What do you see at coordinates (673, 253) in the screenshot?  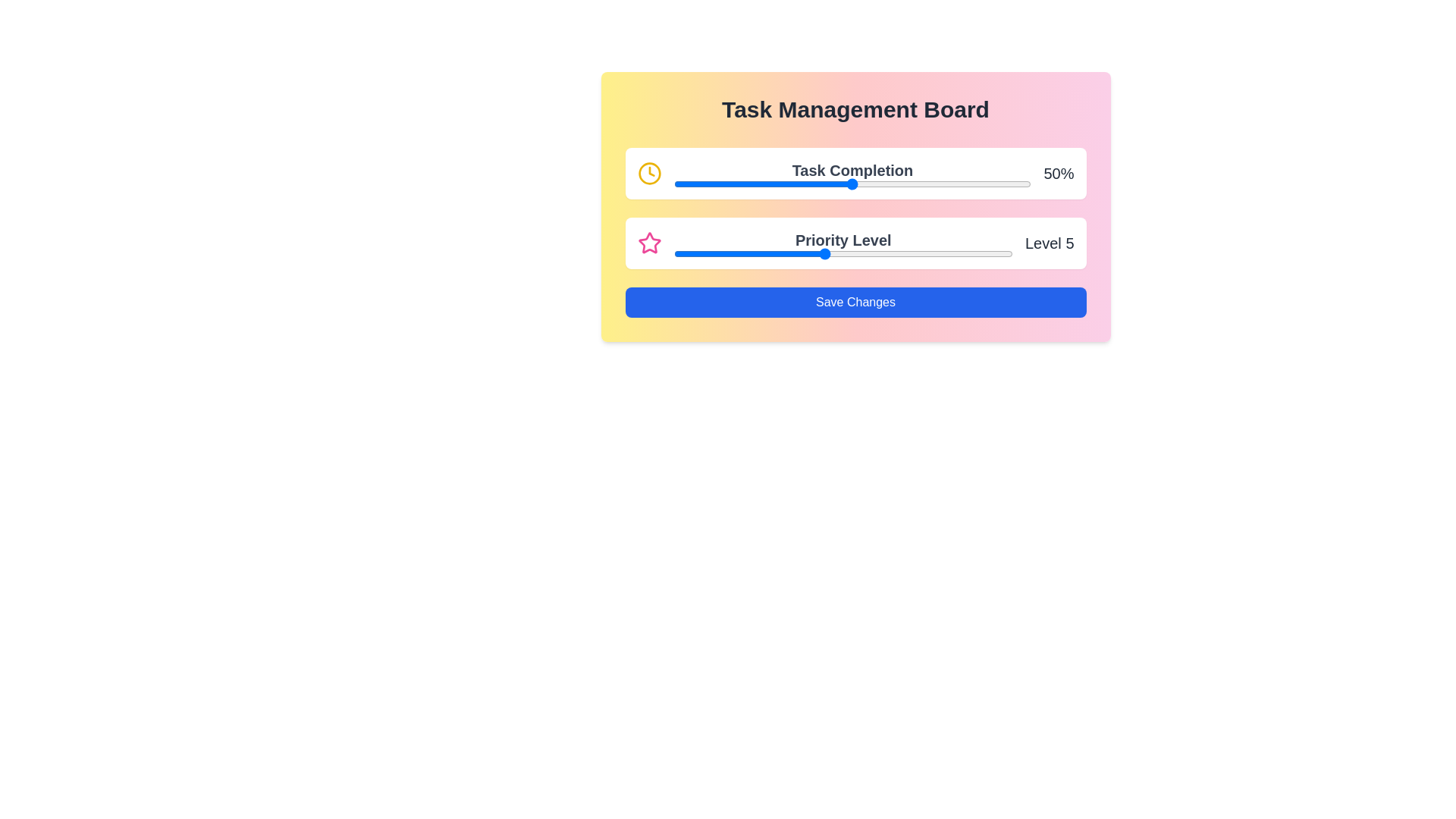 I see `the priority level` at bounding box center [673, 253].